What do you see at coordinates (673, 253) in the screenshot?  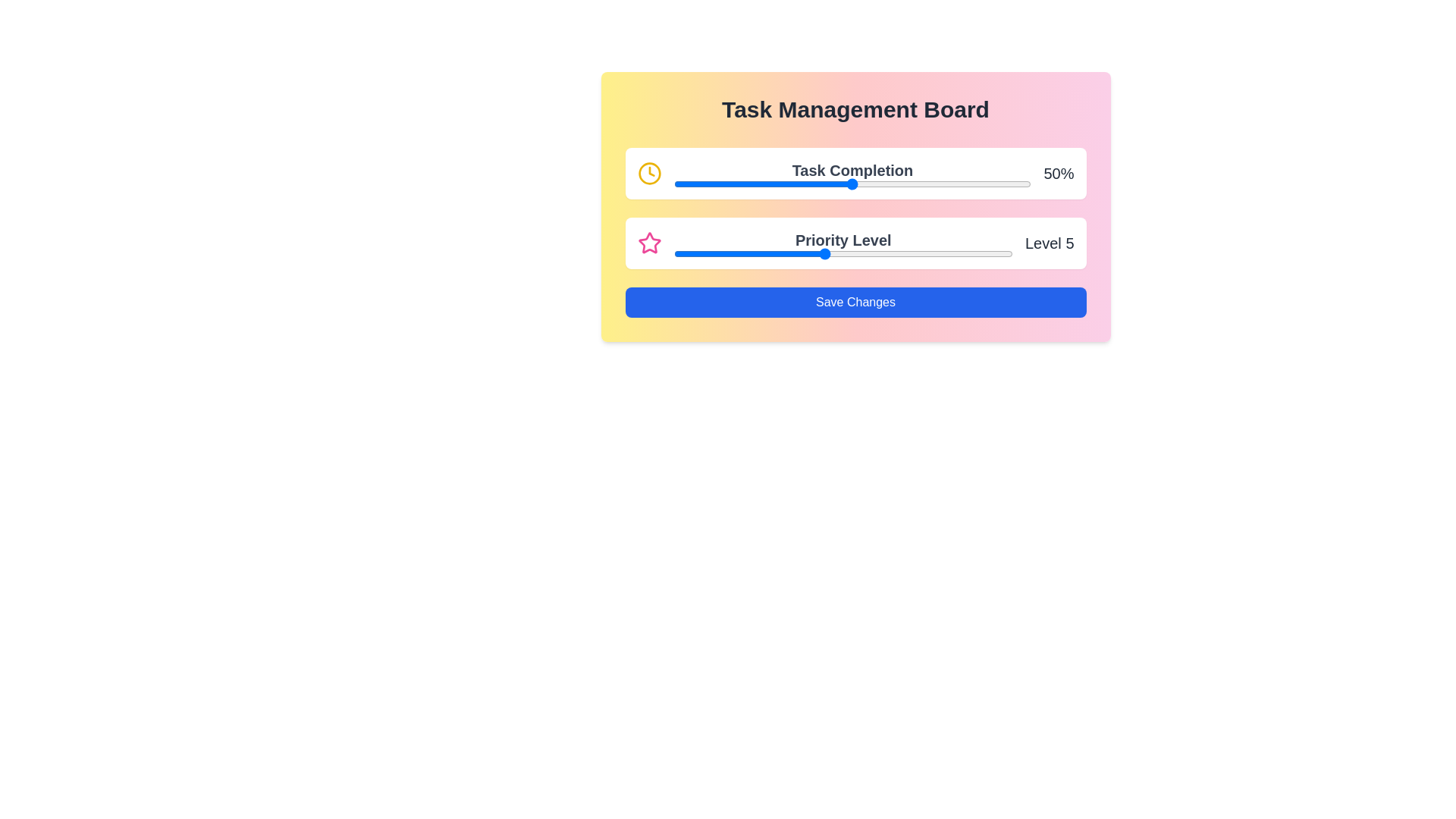 I see `the priority level` at bounding box center [673, 253].